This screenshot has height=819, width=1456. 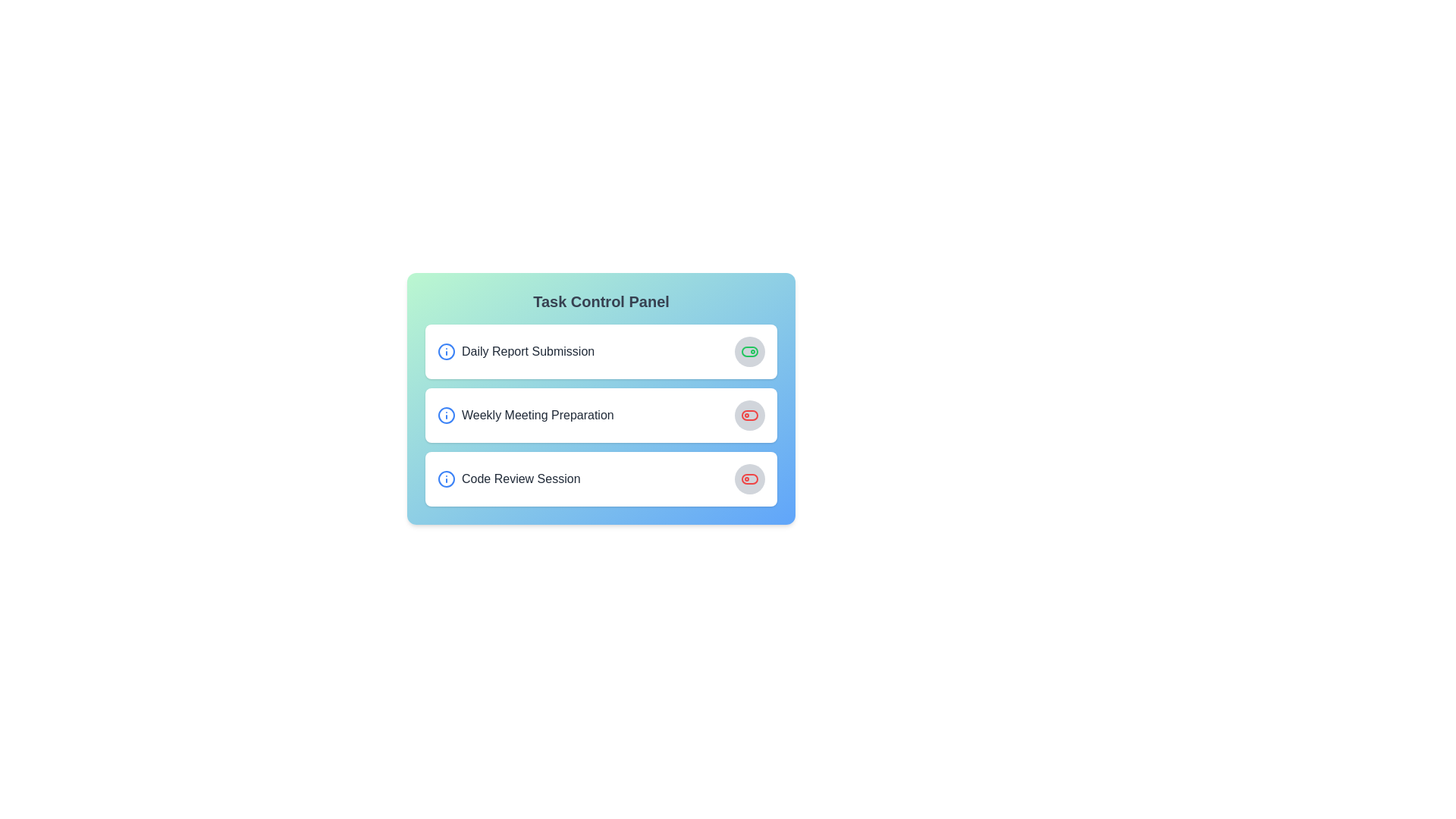 What do you see at coordinates (749, 351) in the screenshot?
I see `the toggle button for 'Daily Report Submission'` at bounding box center [749, 351].